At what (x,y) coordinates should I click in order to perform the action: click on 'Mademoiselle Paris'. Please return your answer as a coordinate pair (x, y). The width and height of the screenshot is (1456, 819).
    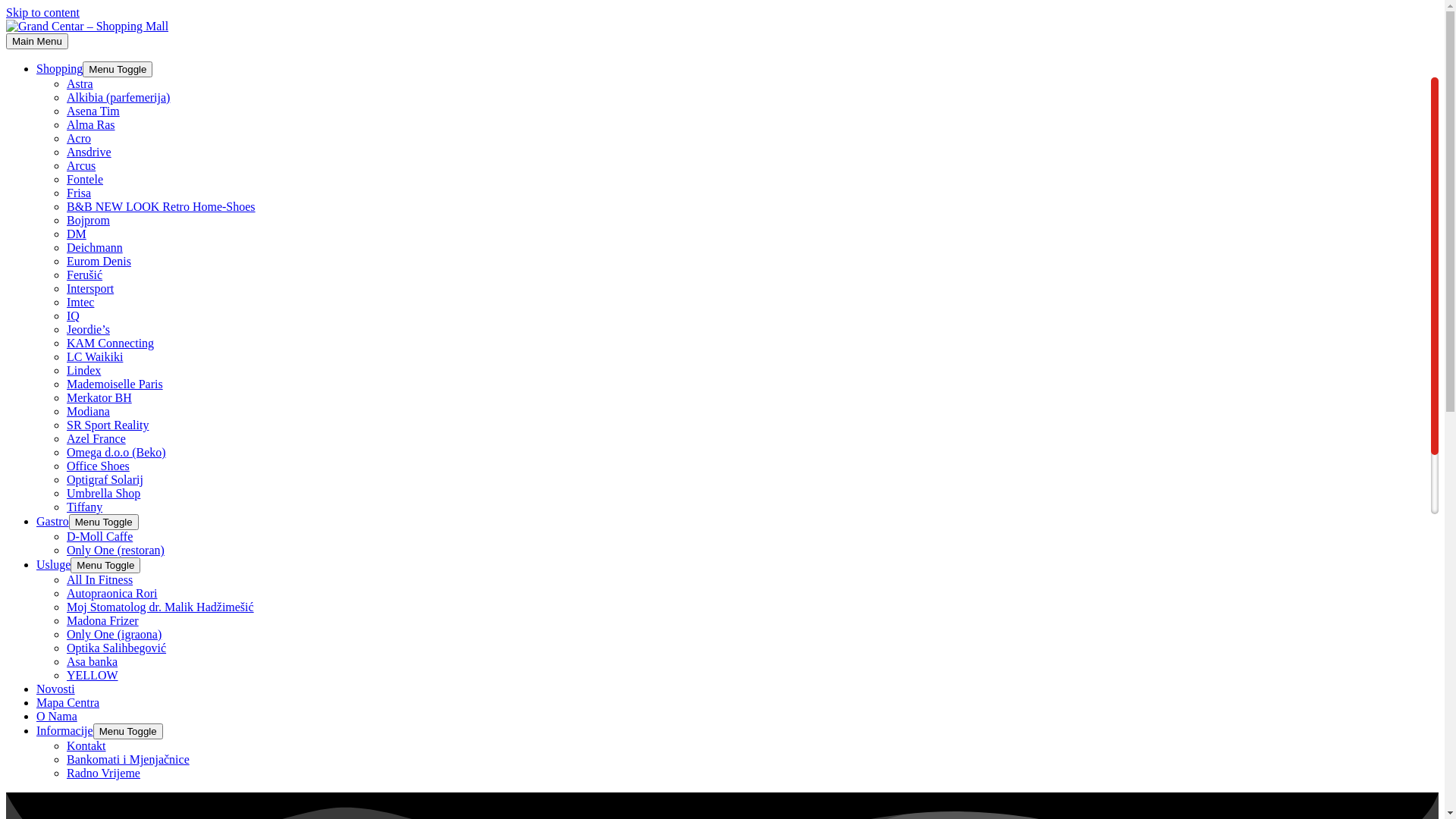
    Looking at the image, I should click on (114, 383).